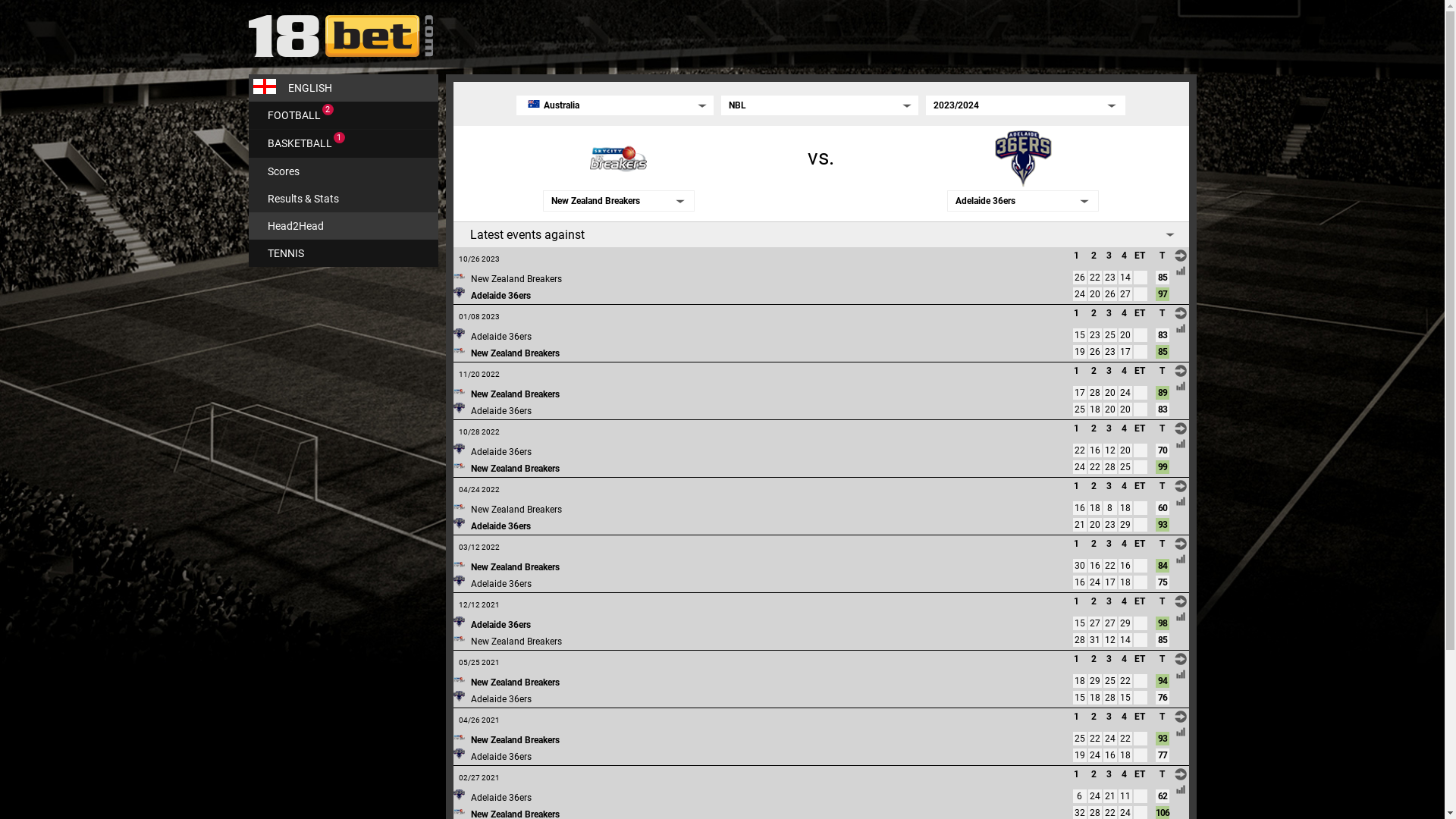  What do you see at coordinates (469, 295) in the screenshot?
I see `'Adelaide 36ers'` at bounding box center [469, 295].